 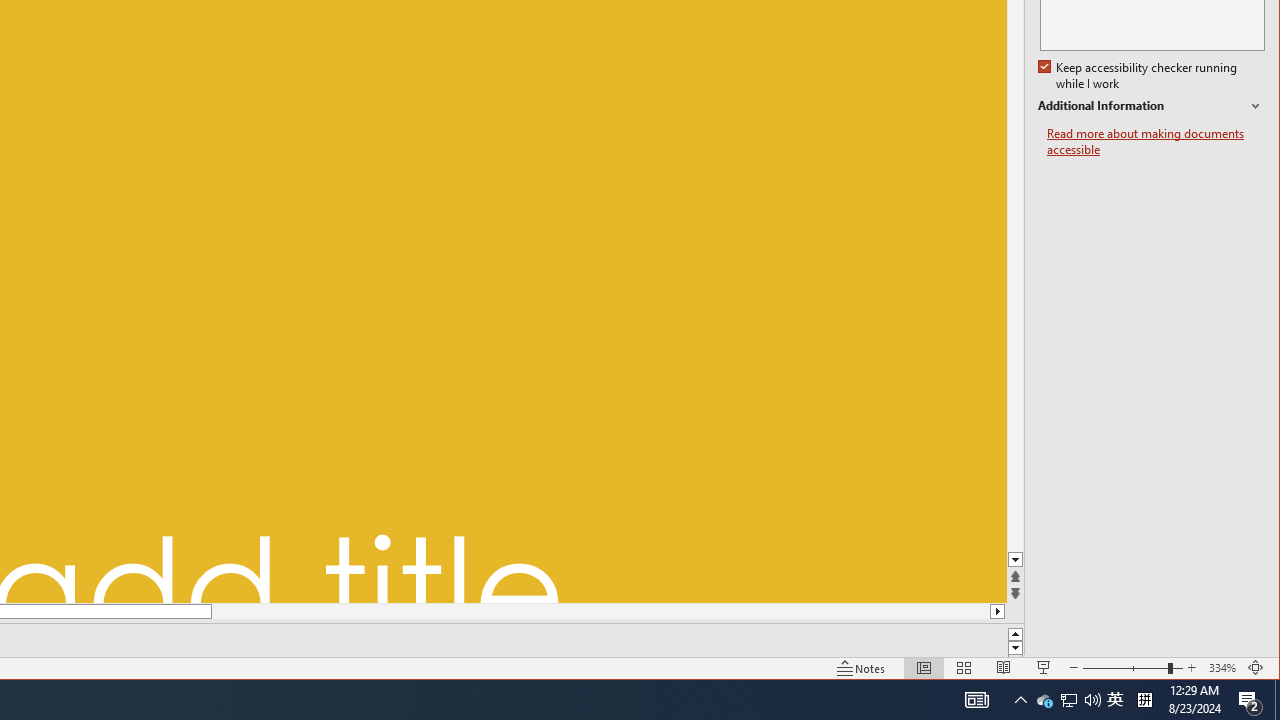 I want to click on 'Zoom', so click(x=1092, y=698).